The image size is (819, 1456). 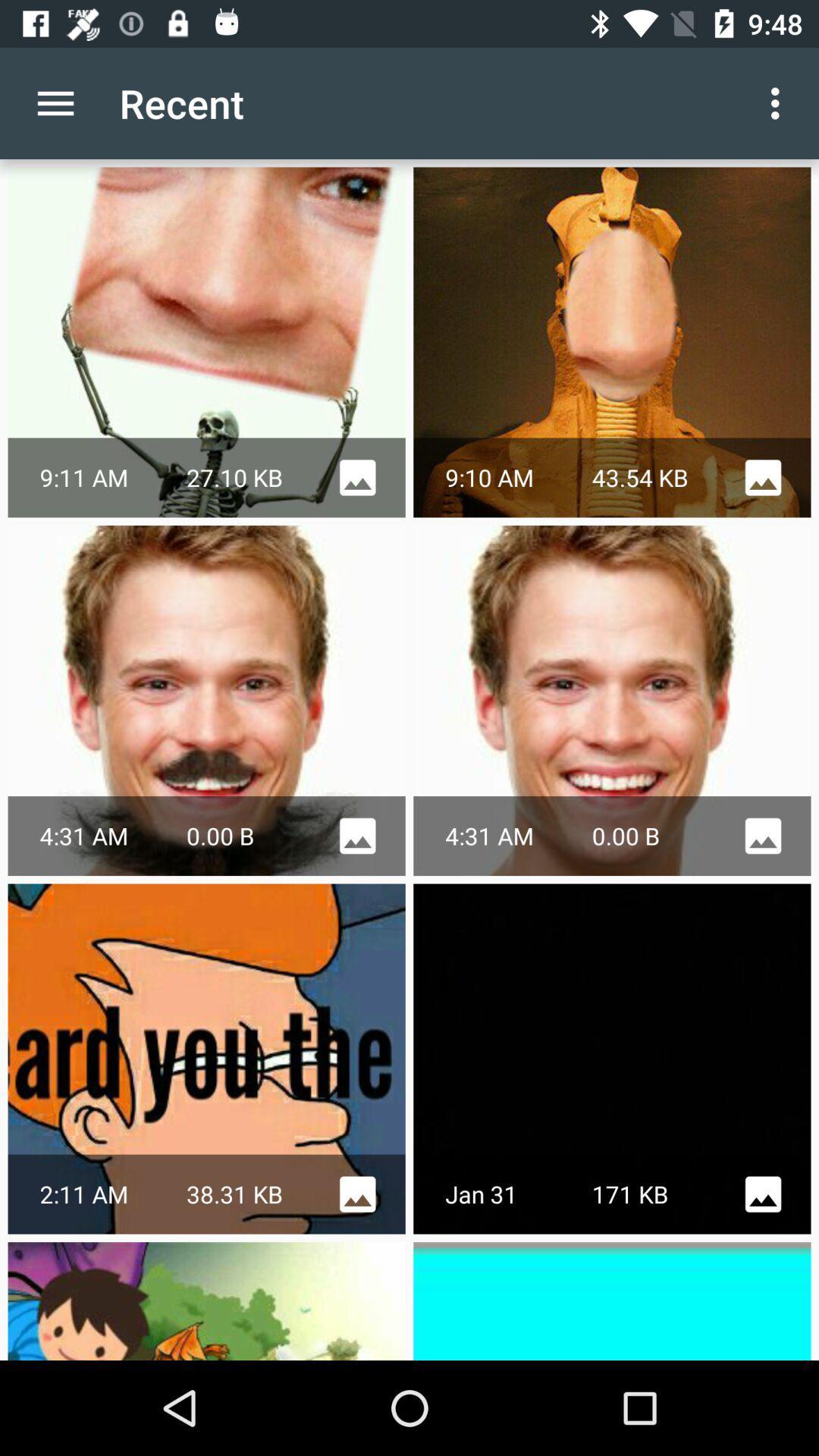 I want to click on icon to the right of the recent item, so click(x=779, y=102).